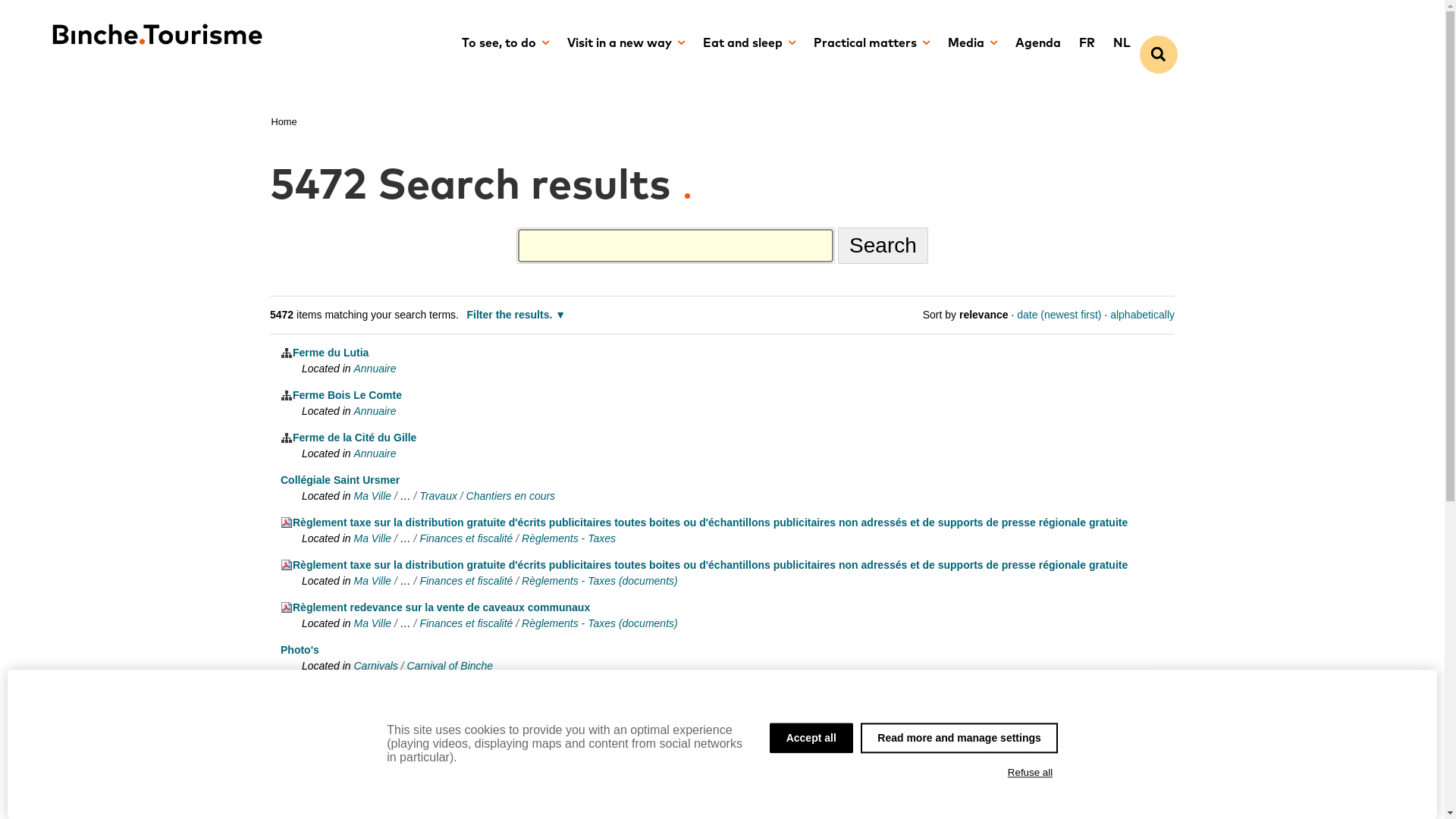  I want to click on 'Photo's', so click(300, 648).